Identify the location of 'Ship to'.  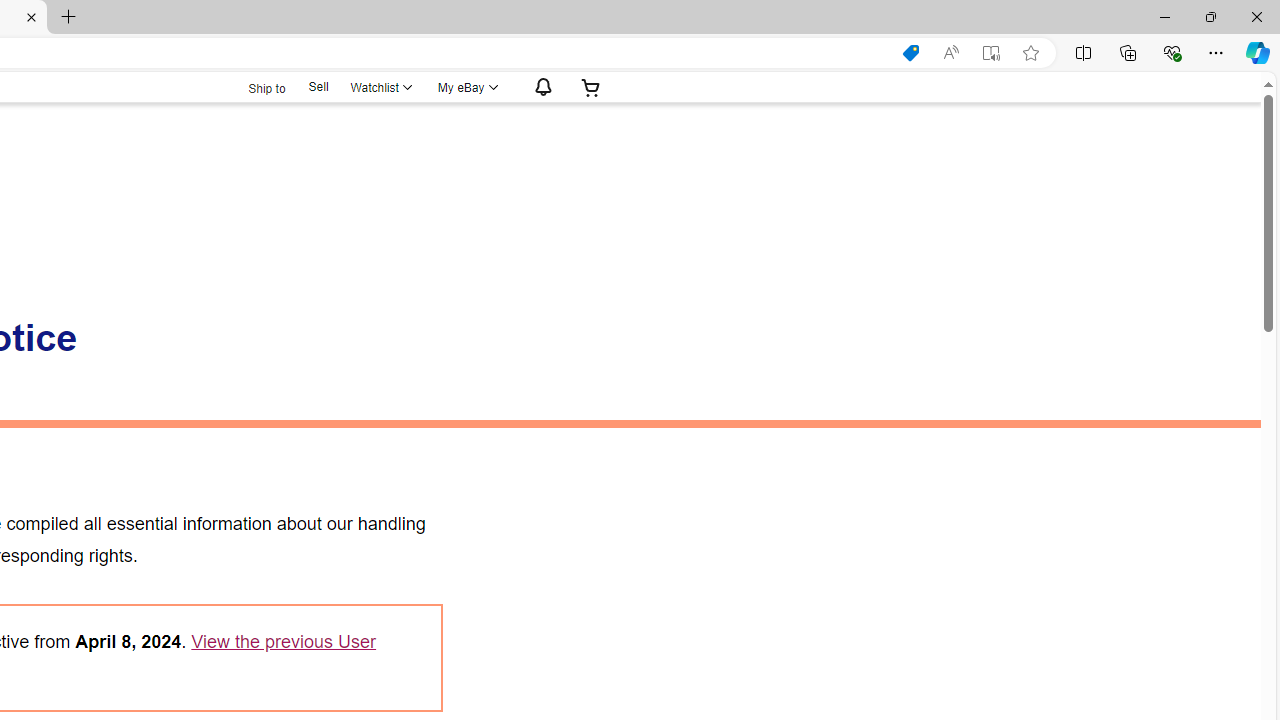
(253, 87).